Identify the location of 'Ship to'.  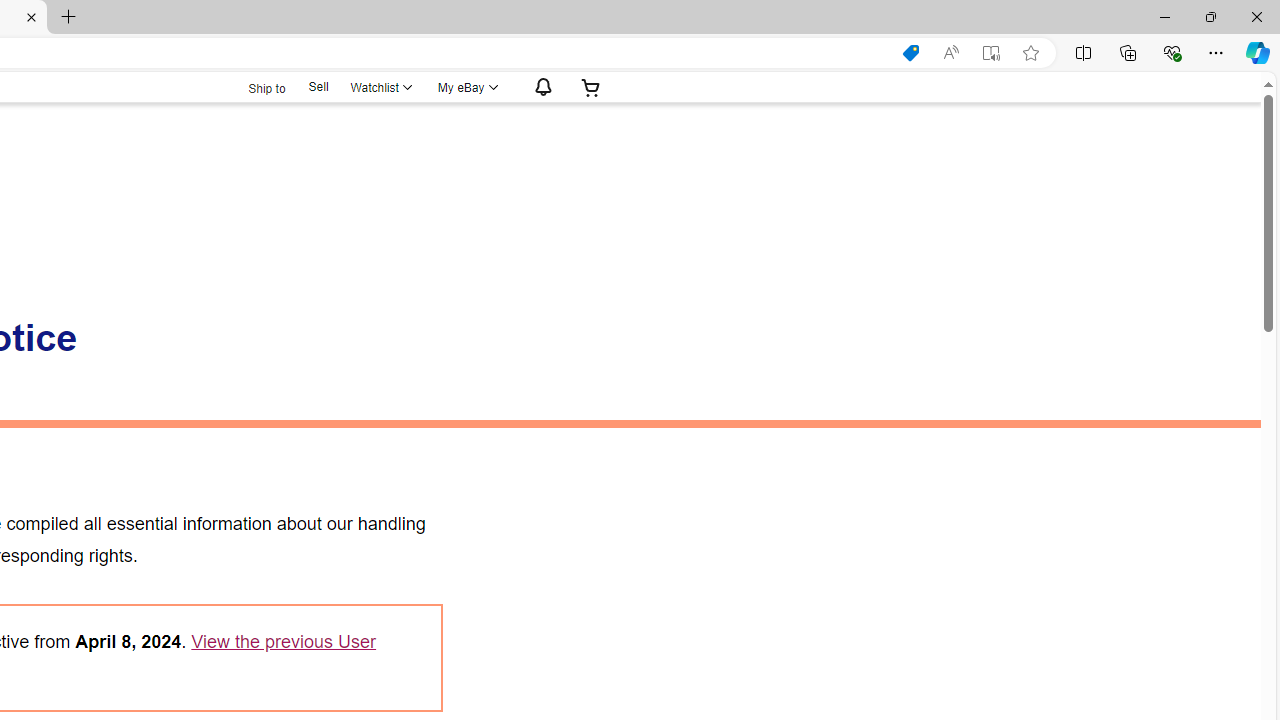
(253, 87).